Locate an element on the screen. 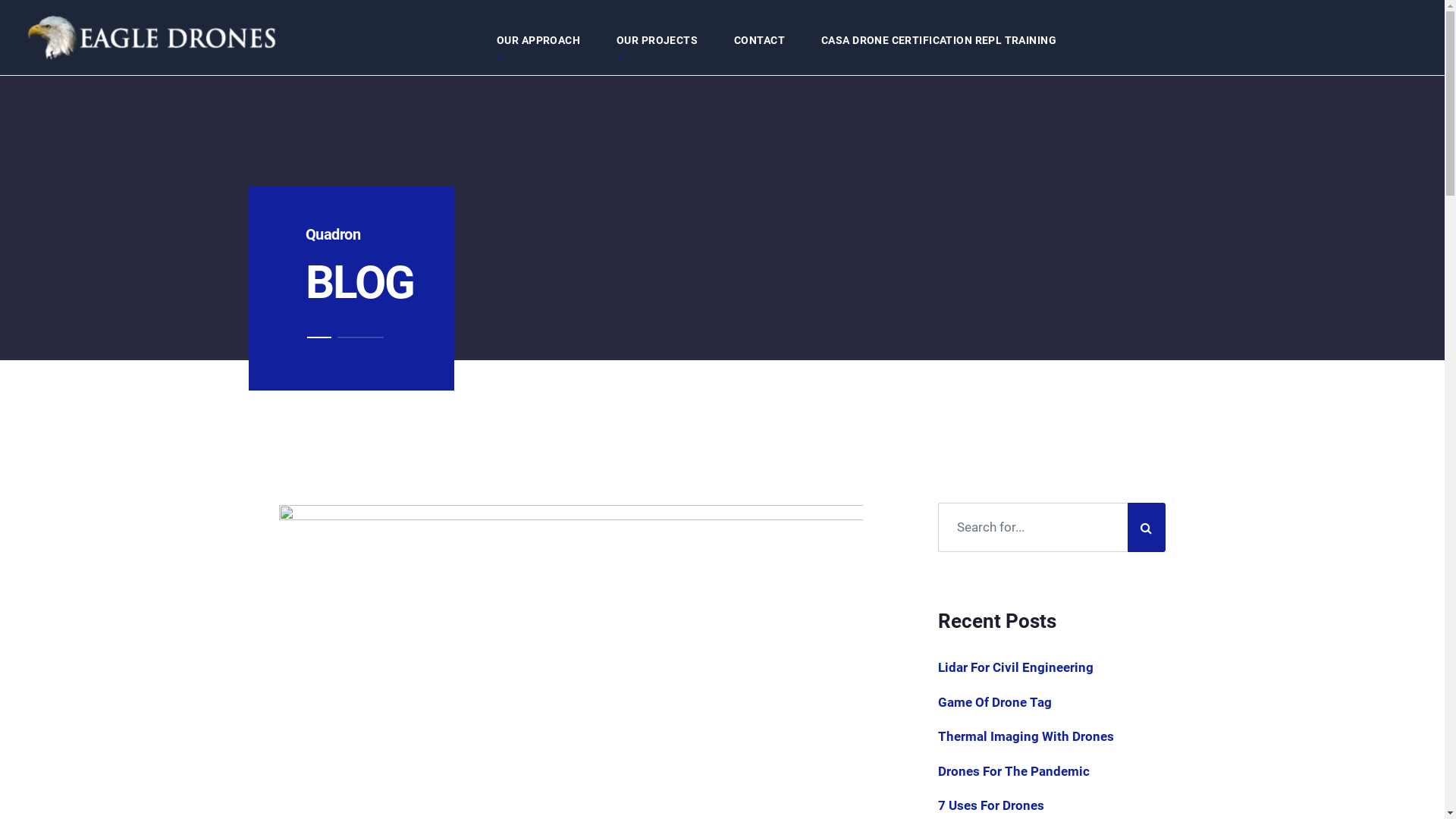 The width and height of the screenshot is (1456, 819). 'OUR PROJECTS' is located at coordinates (597, 39).